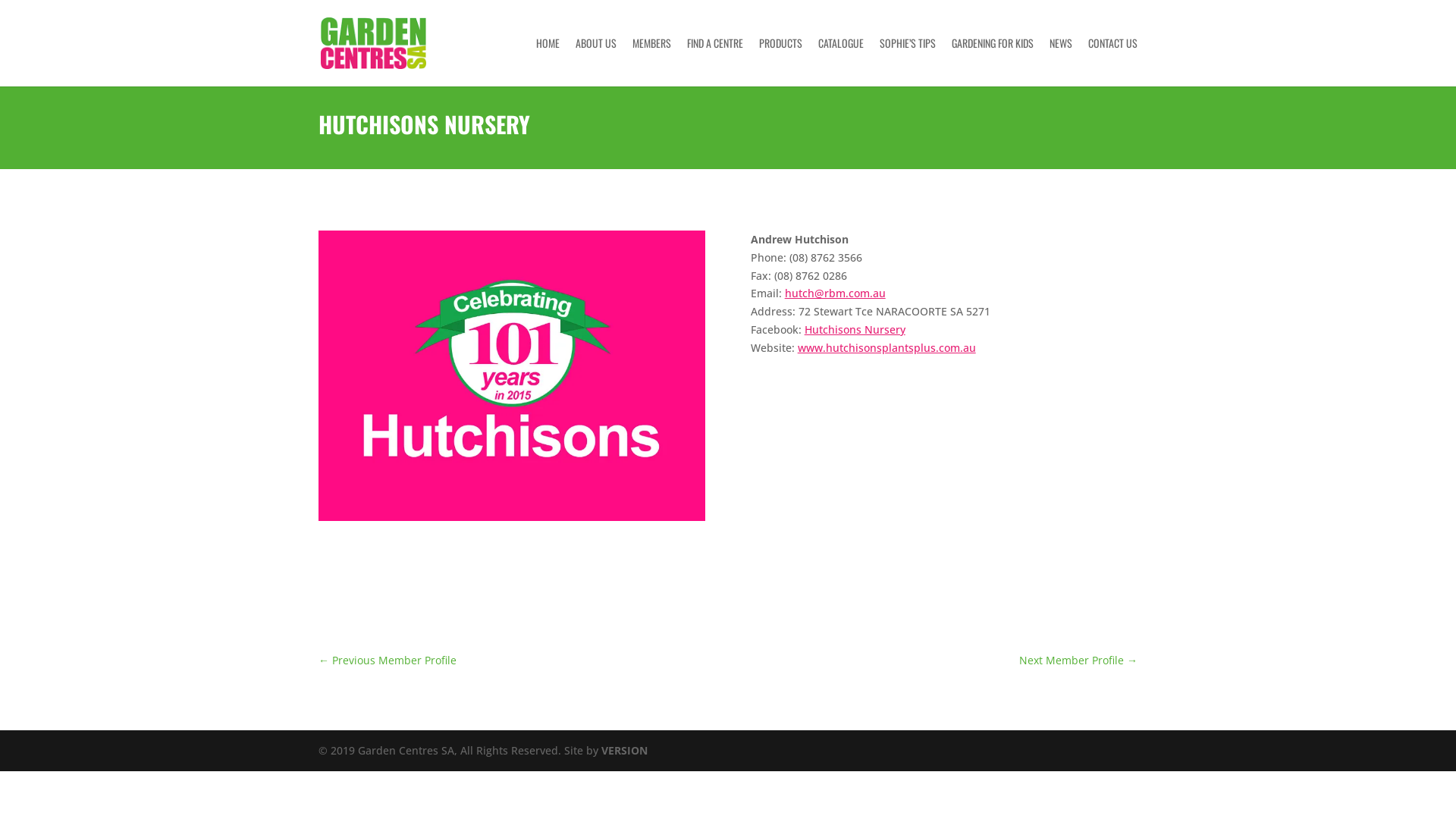 The image size is (1456, 819). What do you see at coordinates (624, 749) in the screenshot?
I see `'VERSION'` at bounding box center [624, 749].